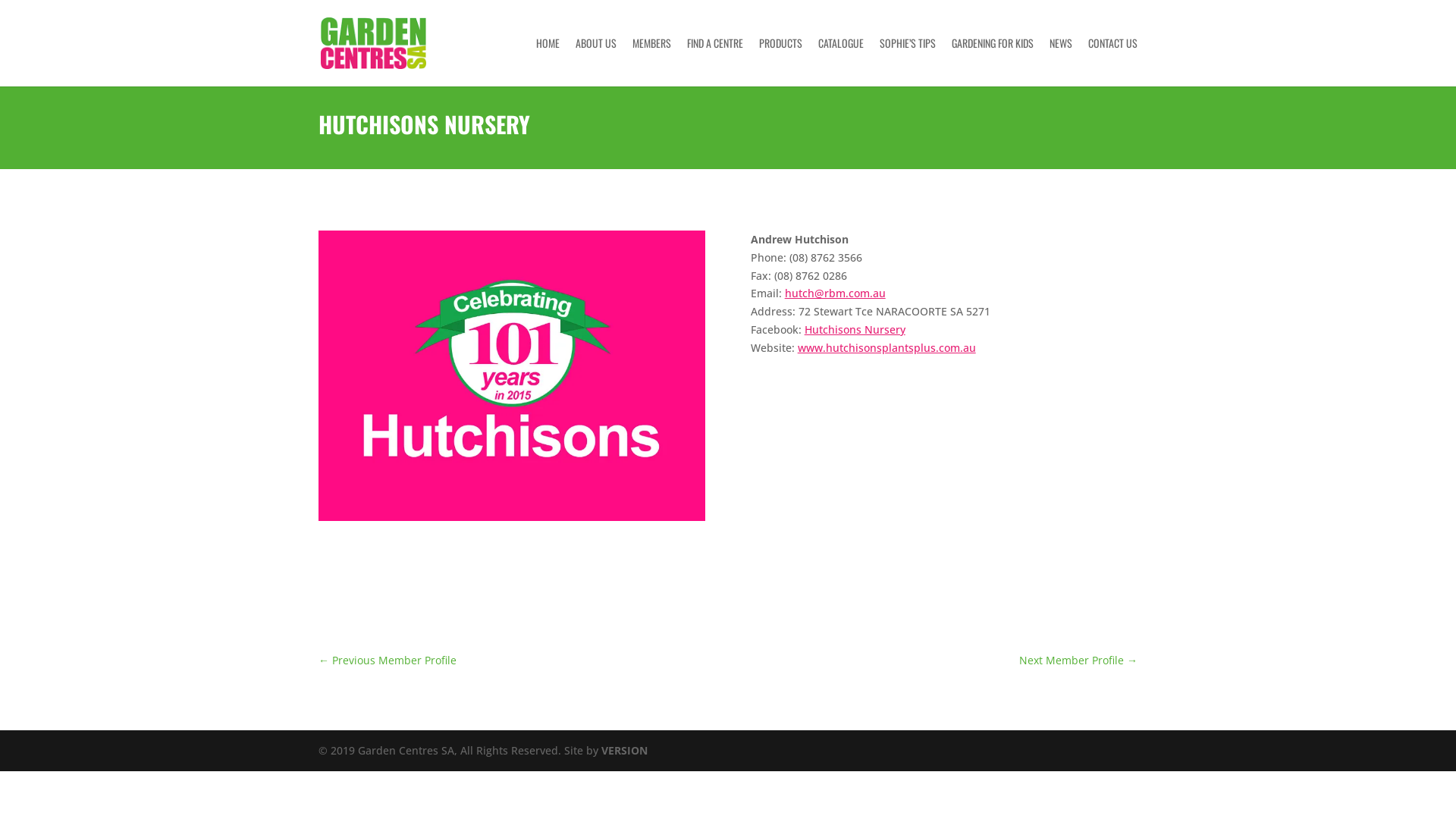 The image size is (1456, 819). What do you see at coordinates (624, 749) in the screenshot?
I see `'VERSION'` at bounding box center [624, 749].